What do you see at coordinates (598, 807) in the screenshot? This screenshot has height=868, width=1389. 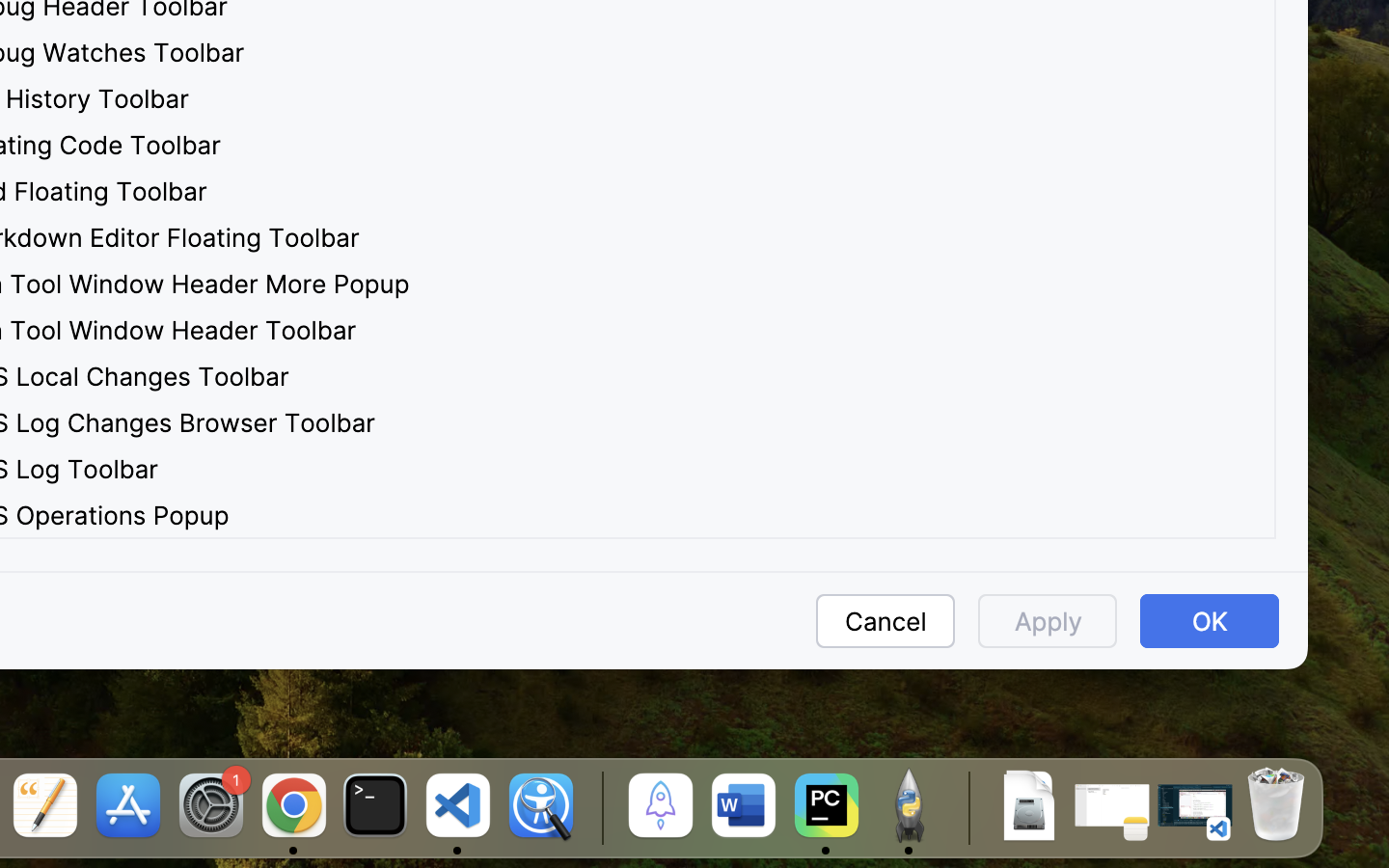 I see `'0.4285714328289032'` at bounding box center [598, 807].